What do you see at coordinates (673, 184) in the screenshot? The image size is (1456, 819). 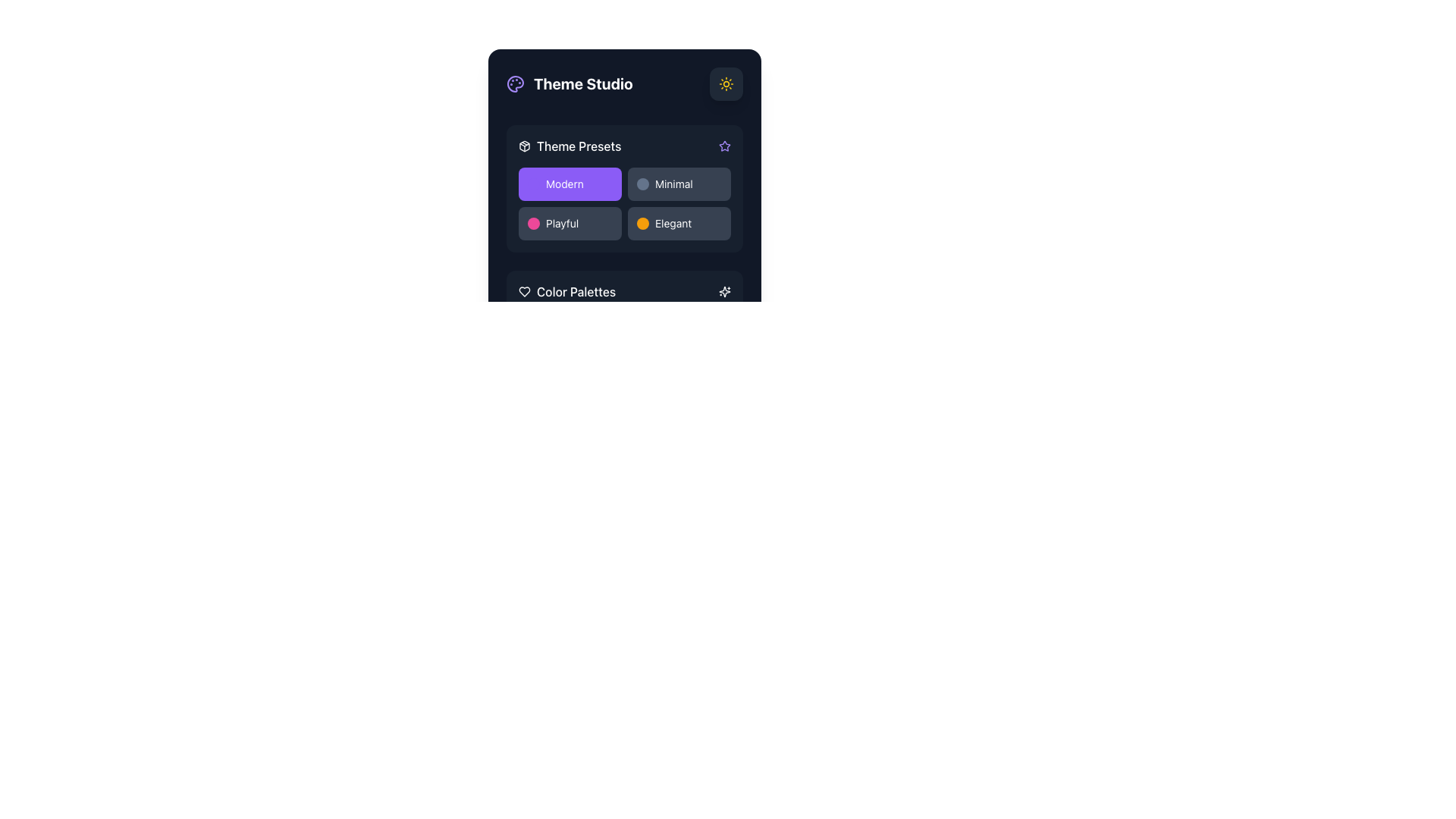 I see `text label indicating the theme preset named 'Minimal' located in the upper-right part of the interface inside a rounded rectangular button` at bounding box center [673, 184].